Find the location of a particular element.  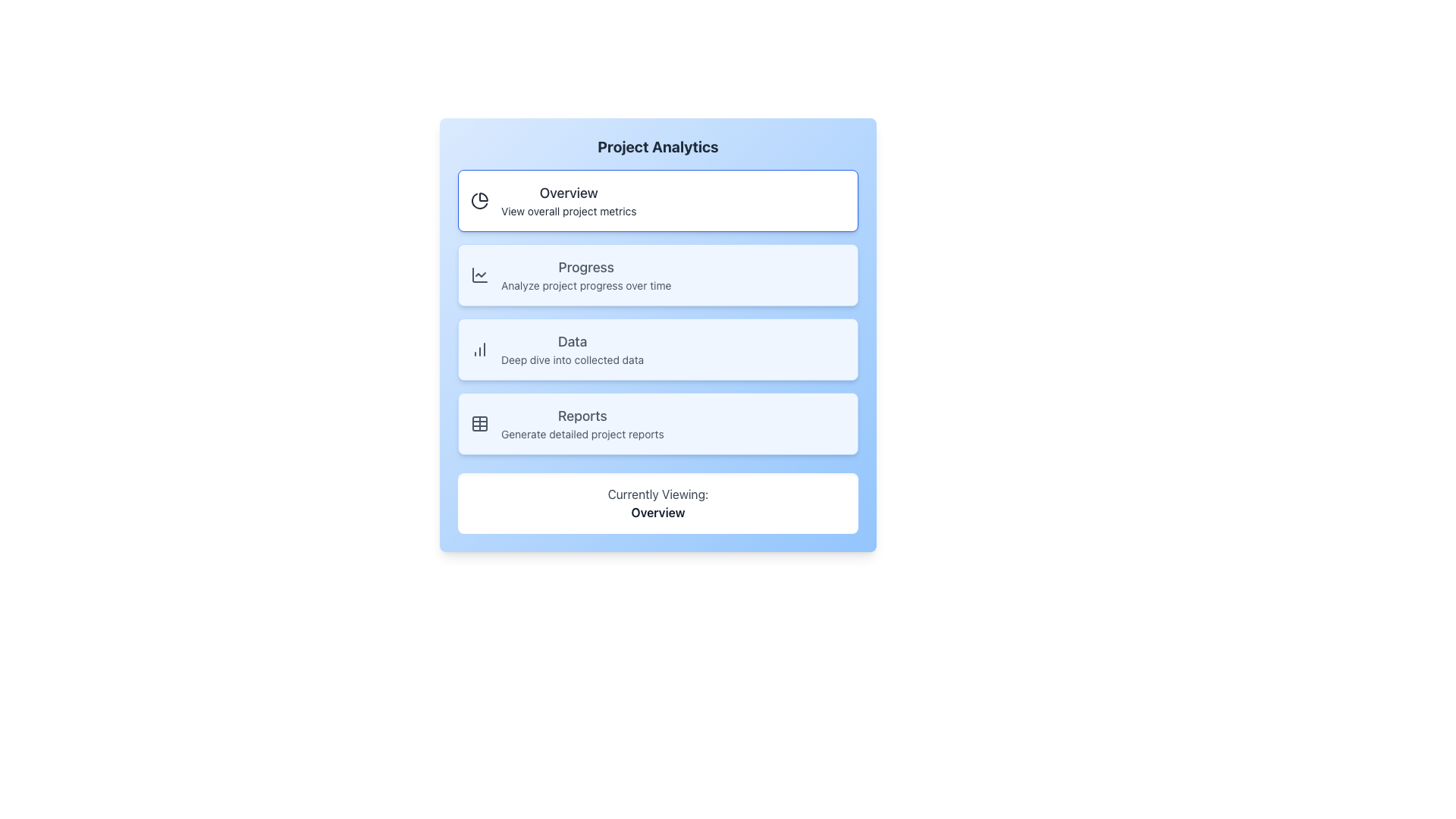

the text label that serves as the title for the second menu item, positioned at the top center of the interface, above the smaller text 'Analyze project progress over time' is located at coordinates (585, 267).